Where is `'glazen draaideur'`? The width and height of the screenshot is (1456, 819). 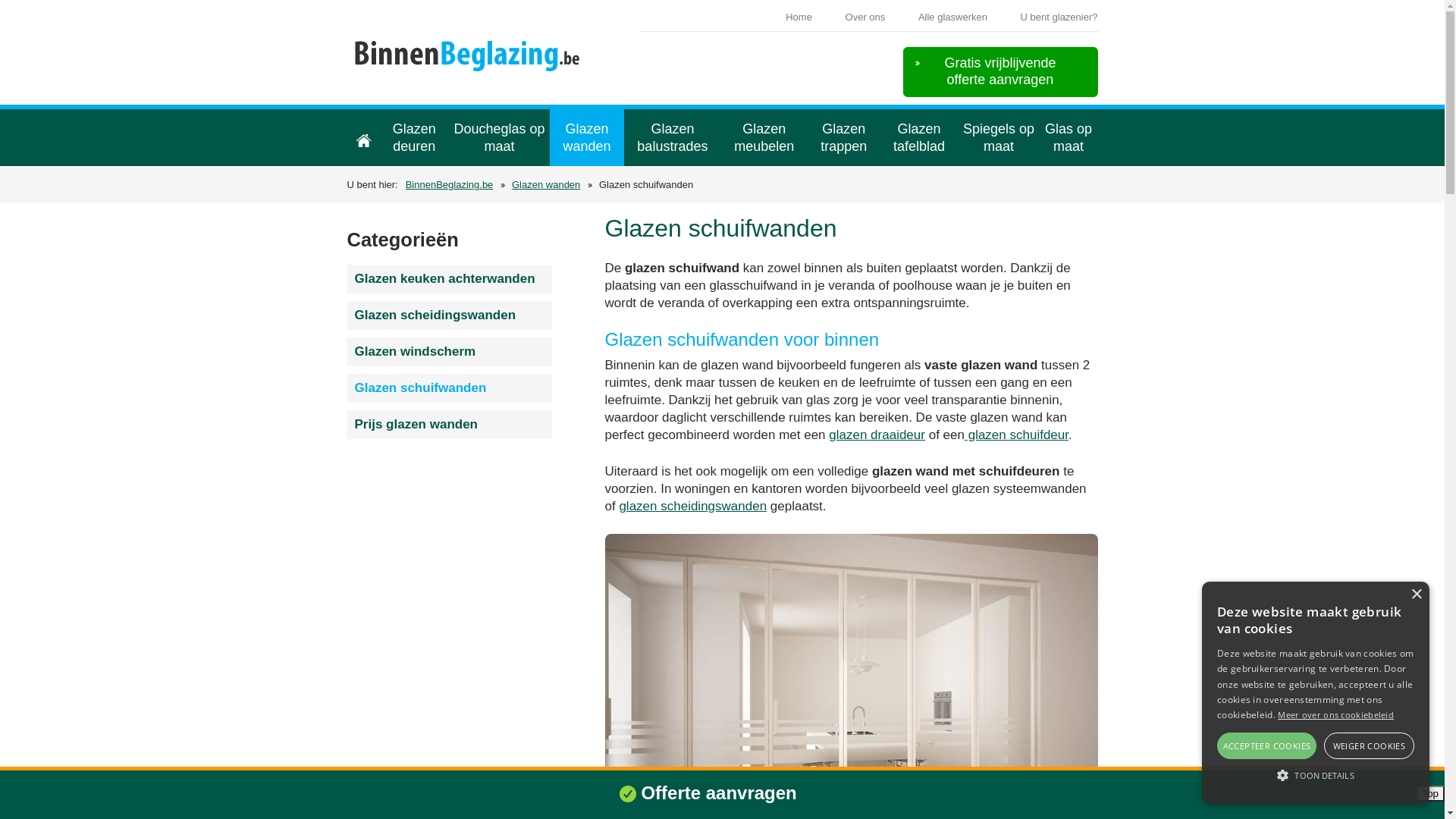 'glazen draaideur' is located at coordinates (828, 435).